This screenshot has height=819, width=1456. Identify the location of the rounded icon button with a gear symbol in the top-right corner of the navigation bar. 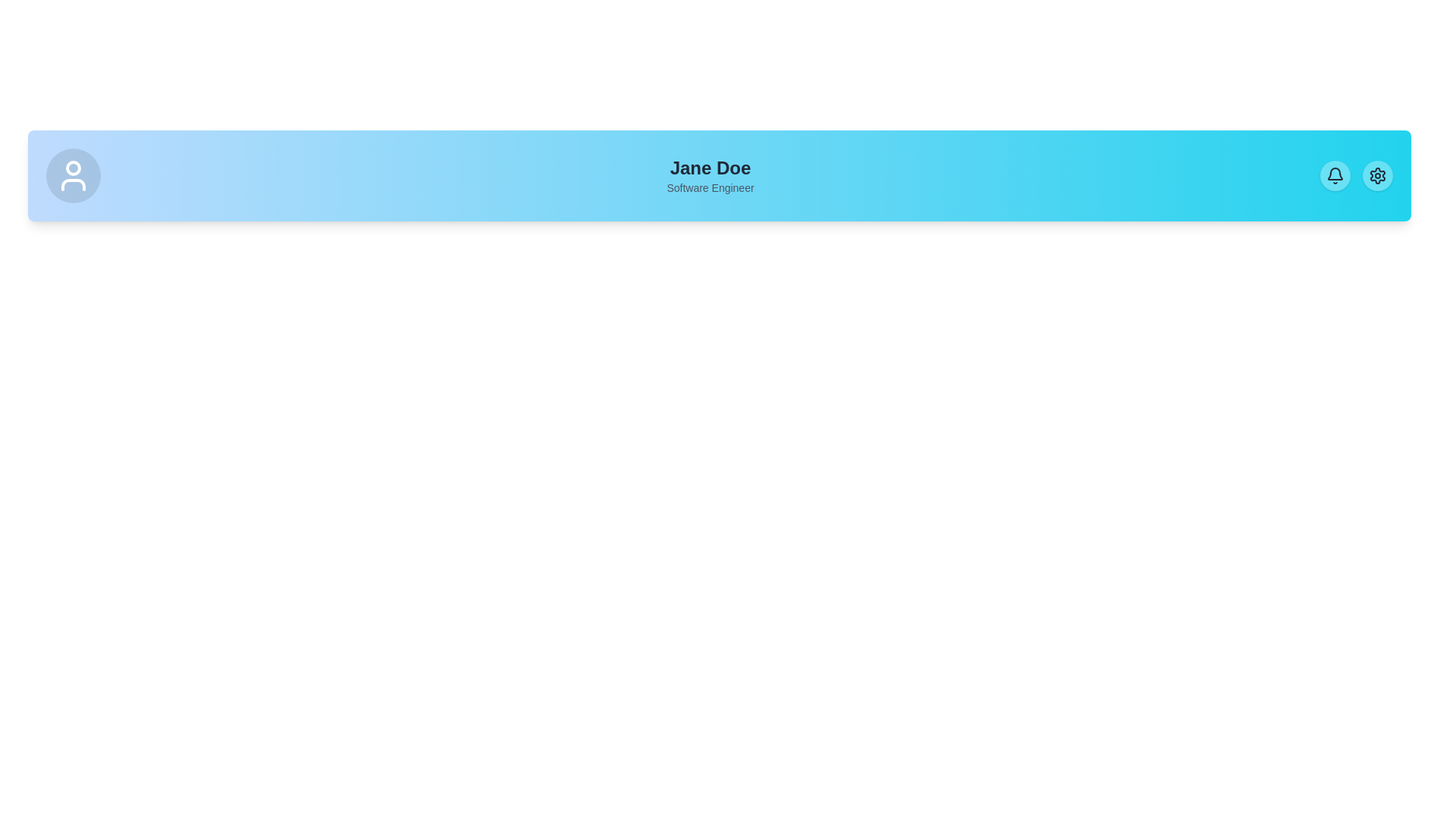
(1378, 174).